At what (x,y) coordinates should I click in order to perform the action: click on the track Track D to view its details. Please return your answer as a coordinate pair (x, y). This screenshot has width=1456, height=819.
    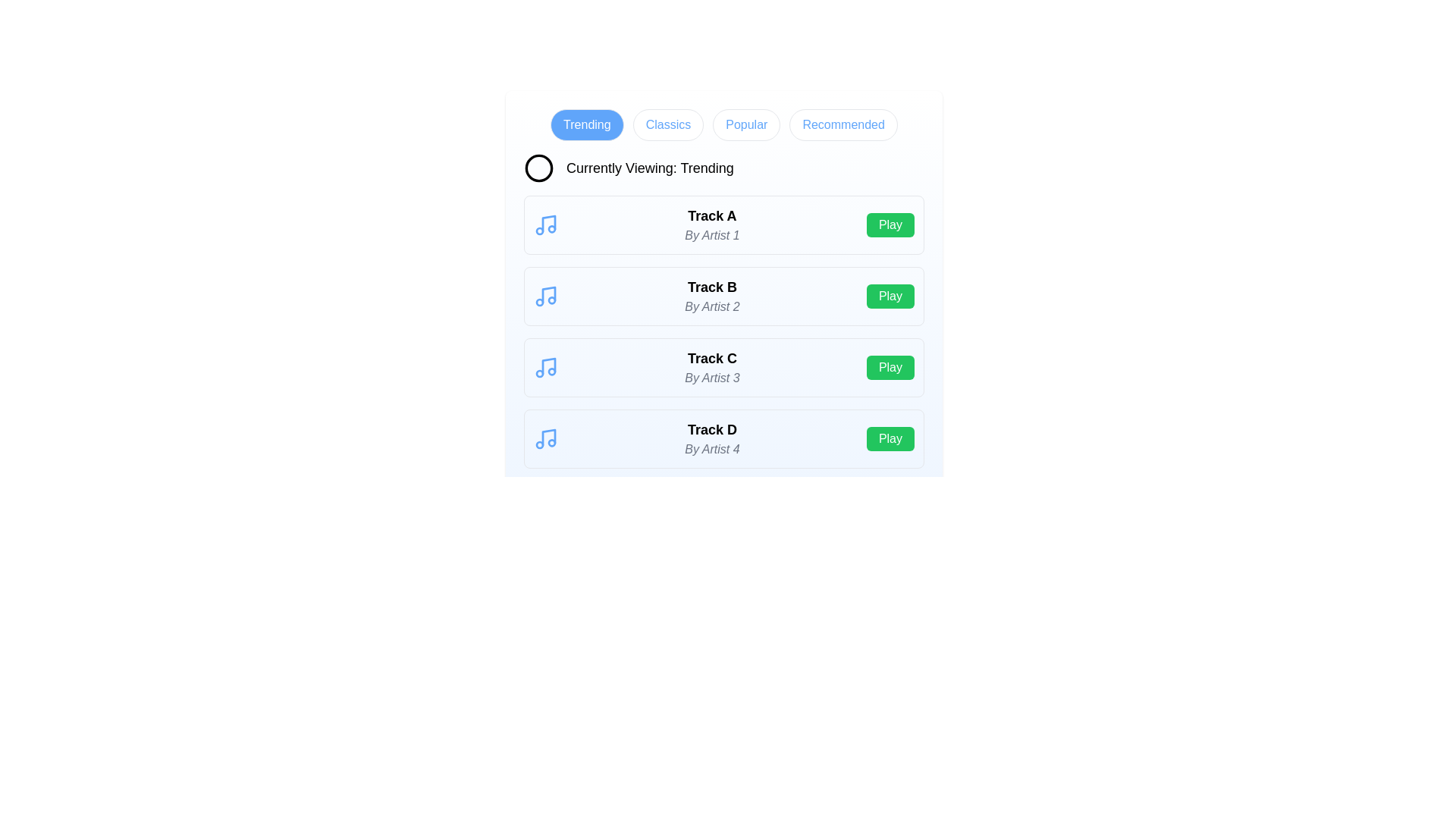
    Looking at the image, I should click on (711, 438).